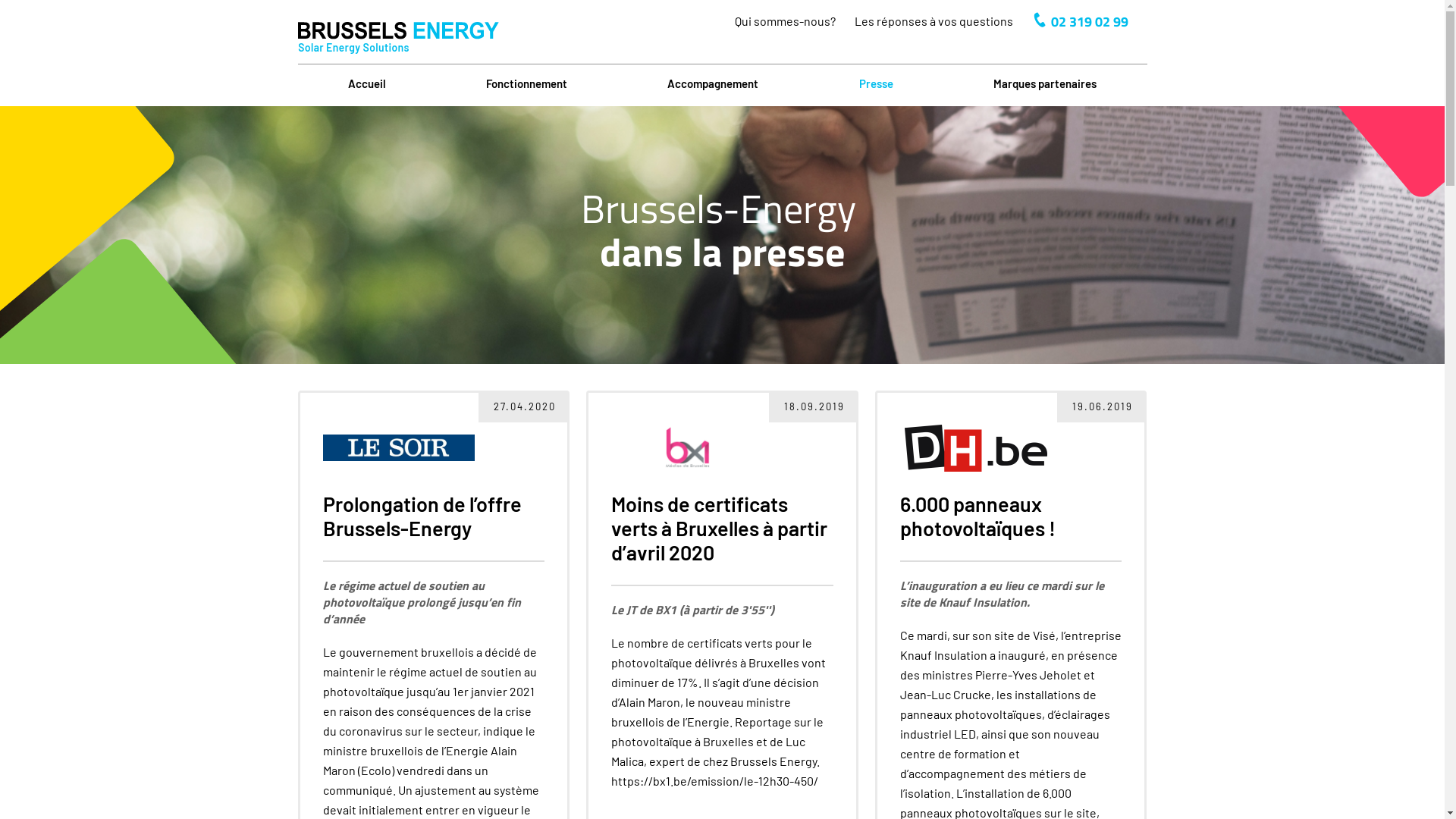  What do you see at coordinates (1043, 83) in the screenshot?
I see `'Marques partenaires'` at bounding box center [1043, 83].